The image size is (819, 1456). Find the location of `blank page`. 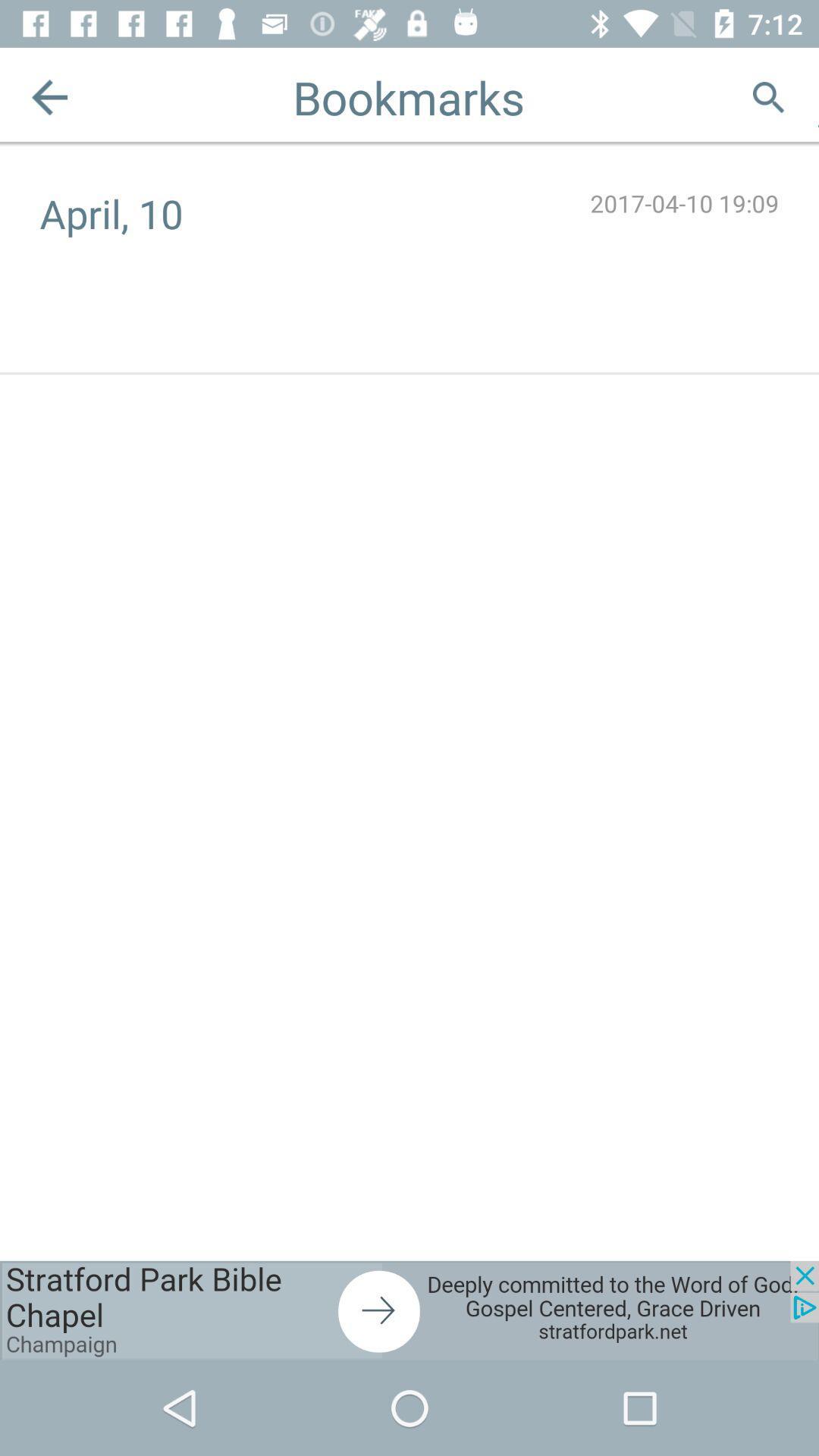

blank page is located at coordinates (817, 96).